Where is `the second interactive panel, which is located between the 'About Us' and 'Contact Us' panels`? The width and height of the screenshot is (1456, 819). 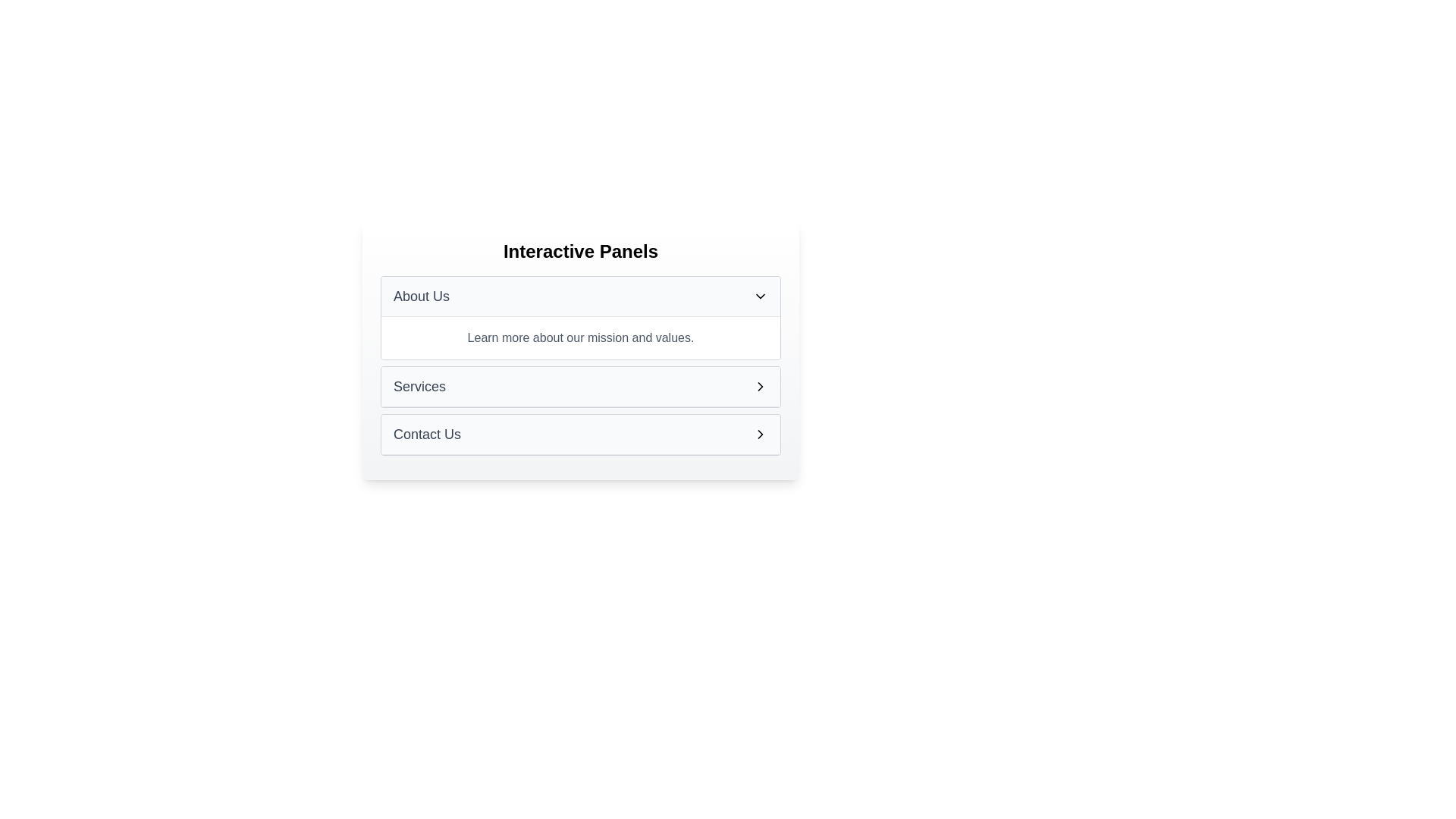
the second interactive panel, which is located between the 'About Us' and 'Contact Us' panels is located at coordinates (580, 385).